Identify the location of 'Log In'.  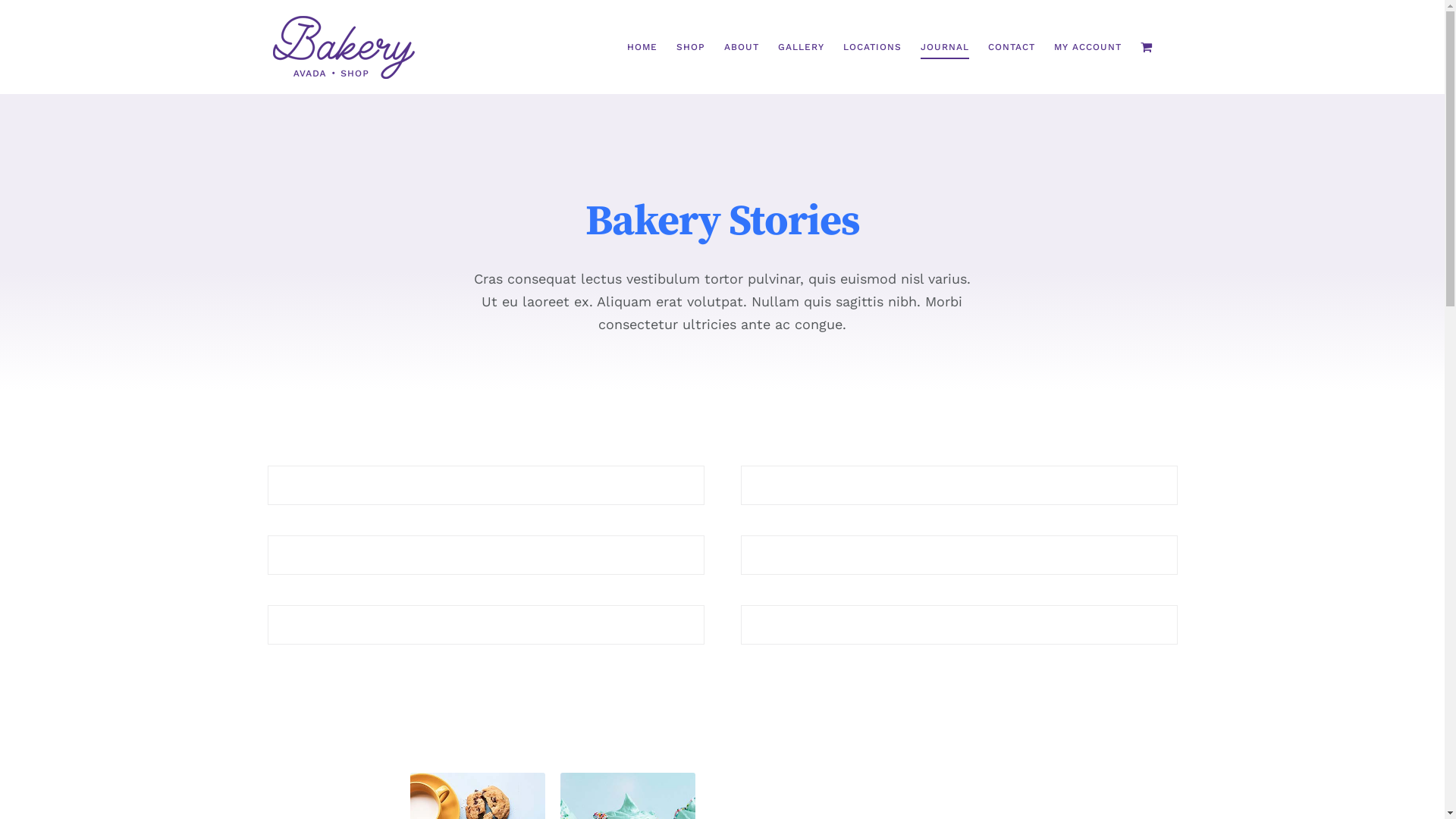
(1150, 230).